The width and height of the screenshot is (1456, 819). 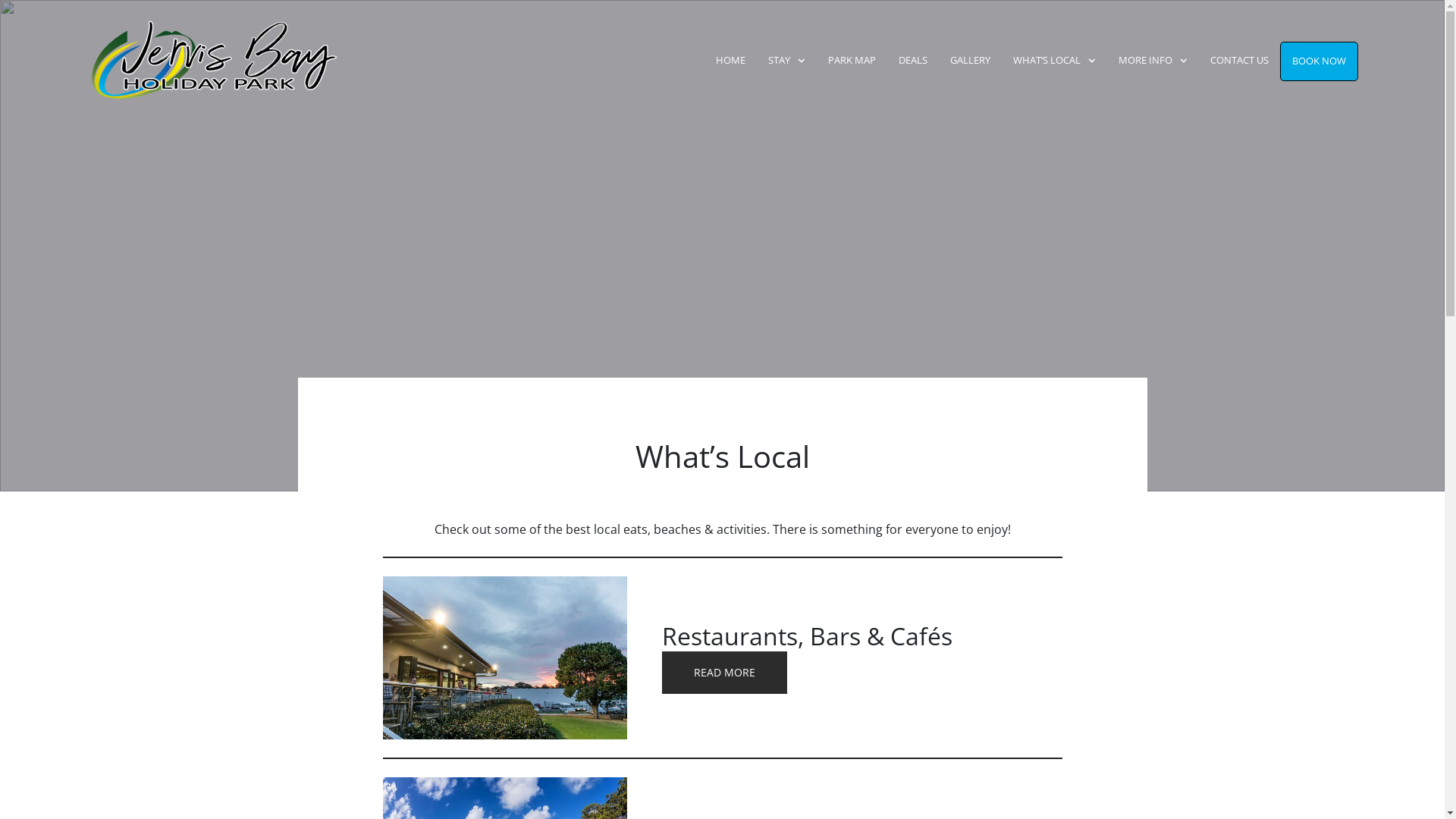 What do you see at coordinates (786, 60) in the screenshot?
I see `'STAY'` at bounding box center [786, 60].